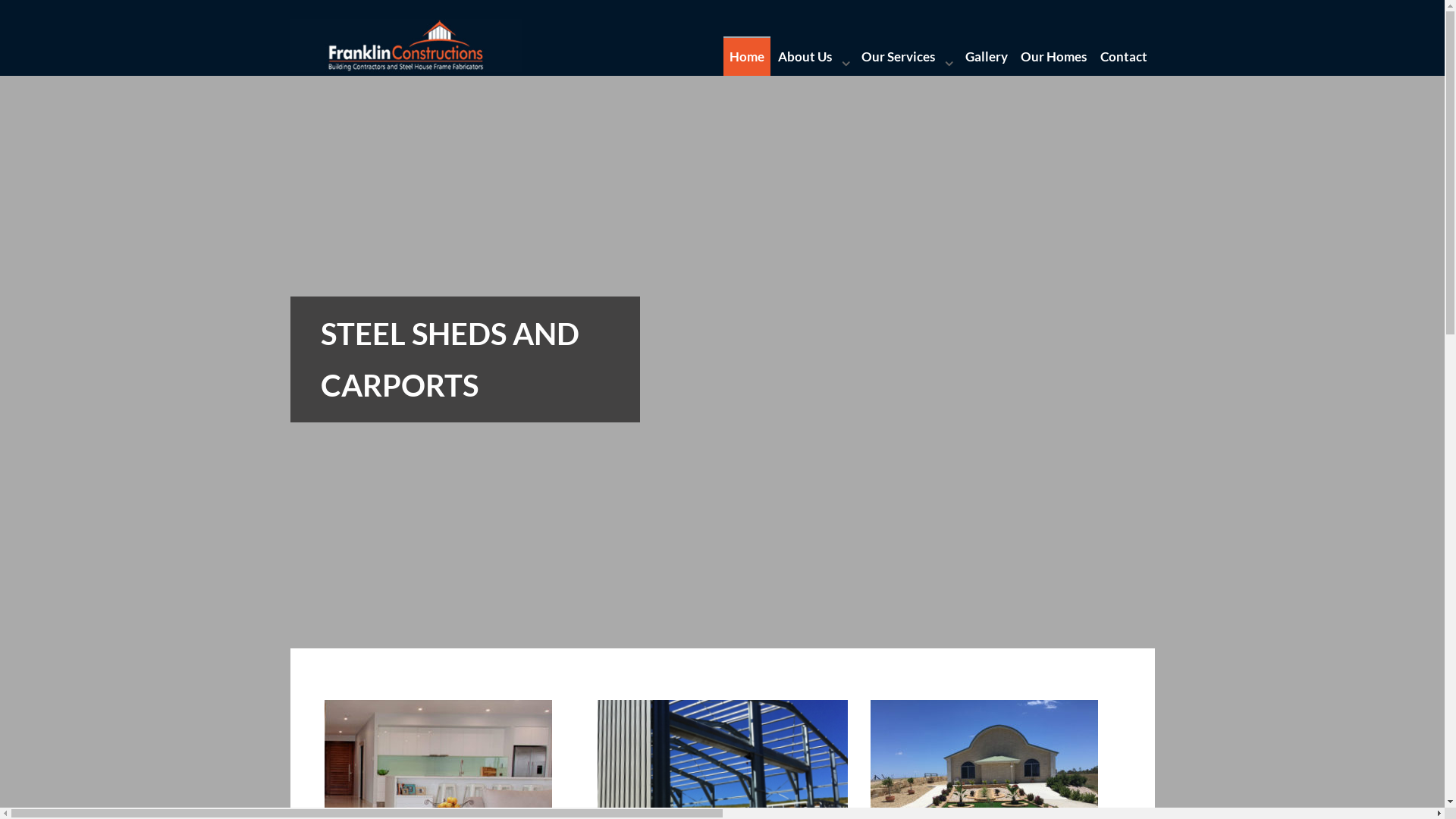  Describe the element at coordinates (747, 55) in the screenshot. I see `'Home'` at that location.